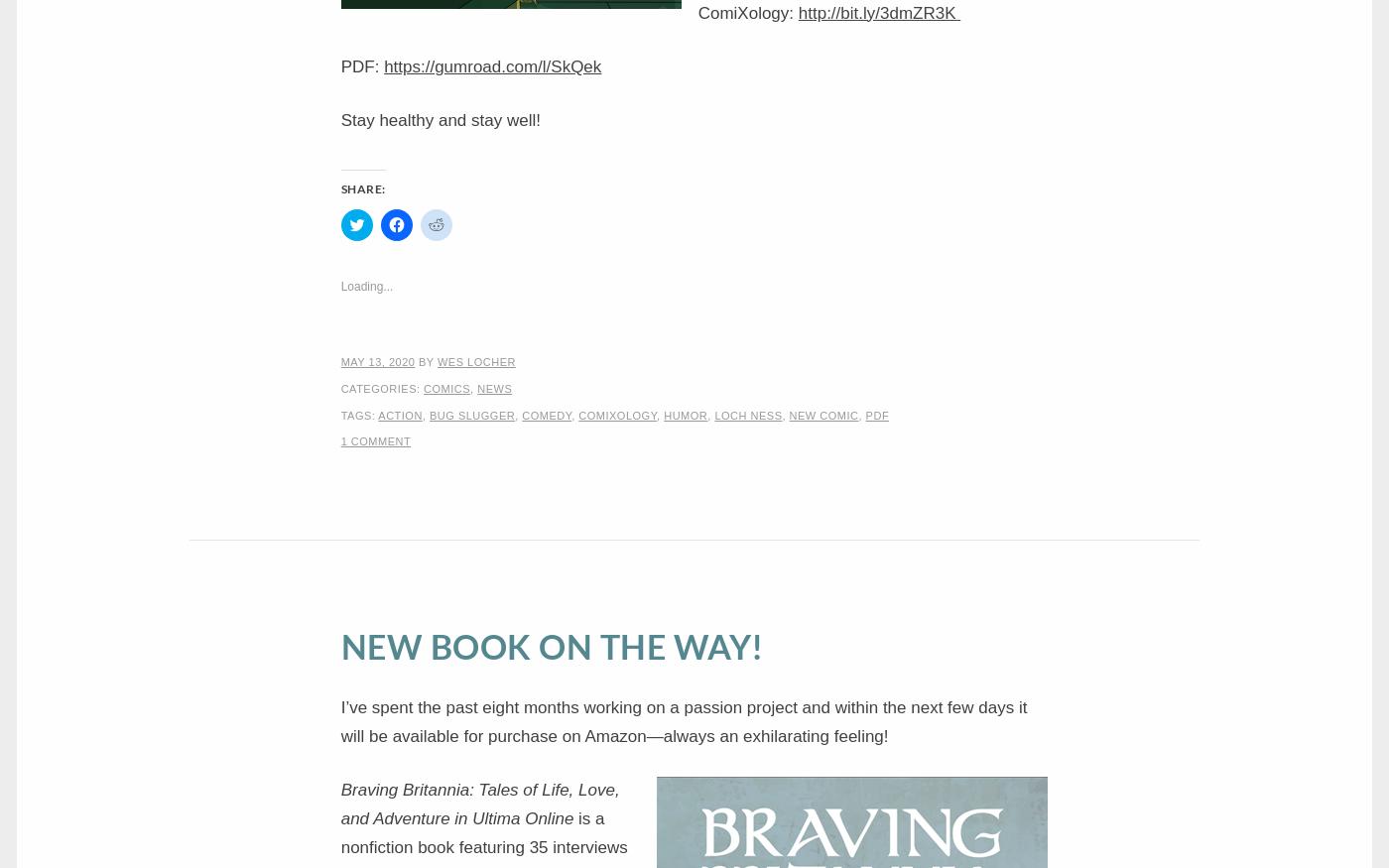 This screenshot has height=868, width=1389. What do you see at coordinates (375, 441) in the screenshot?
I see `'1 Comment'` at bounding box center [375, 441].